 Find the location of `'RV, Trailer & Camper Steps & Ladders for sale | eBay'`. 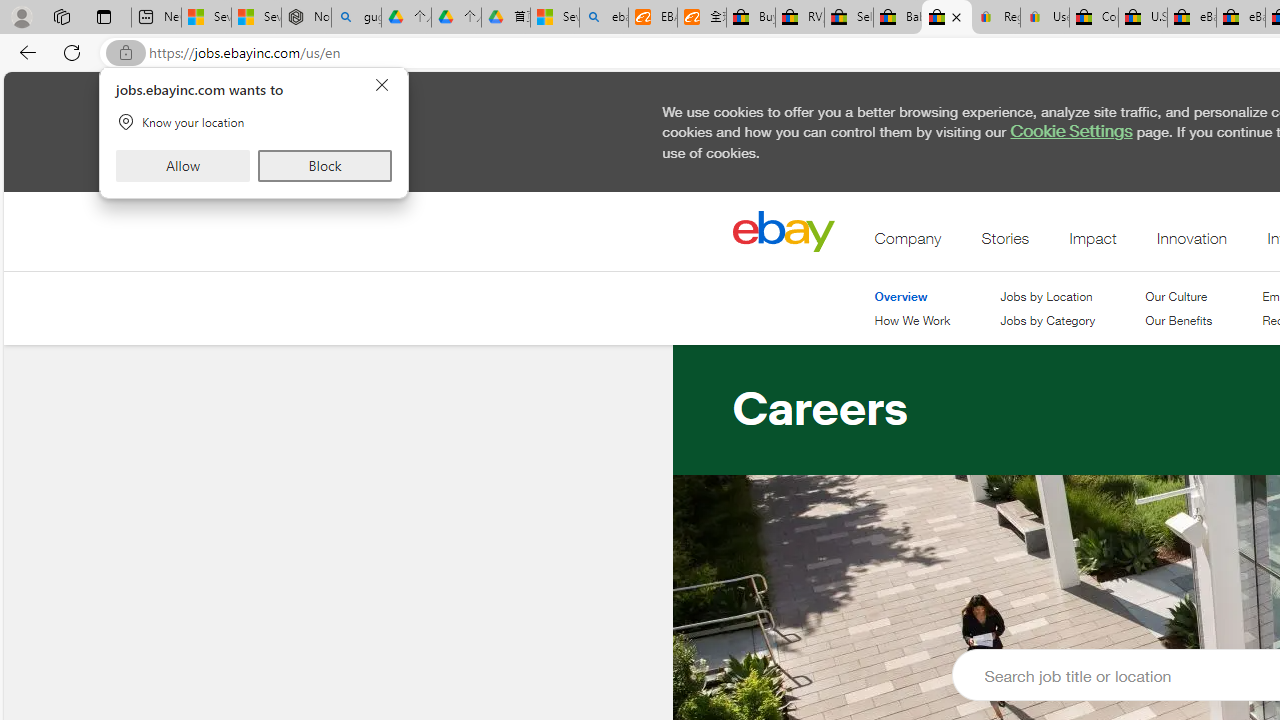

'RV, Trailer & Camper Steps & Ladders for sale | eBay' is located at coordinates (800, 17).